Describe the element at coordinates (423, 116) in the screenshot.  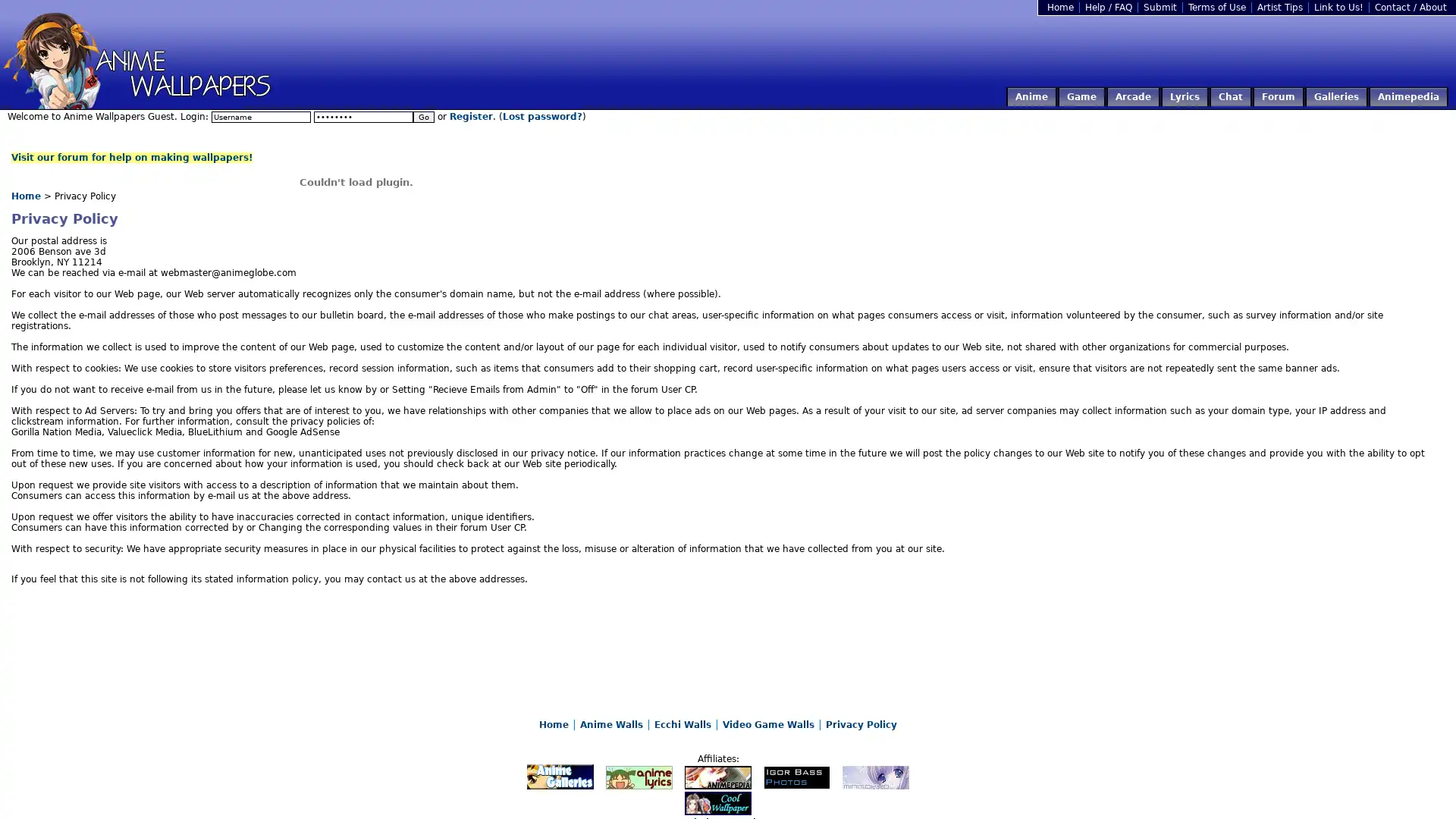
I see `Go` at that location.